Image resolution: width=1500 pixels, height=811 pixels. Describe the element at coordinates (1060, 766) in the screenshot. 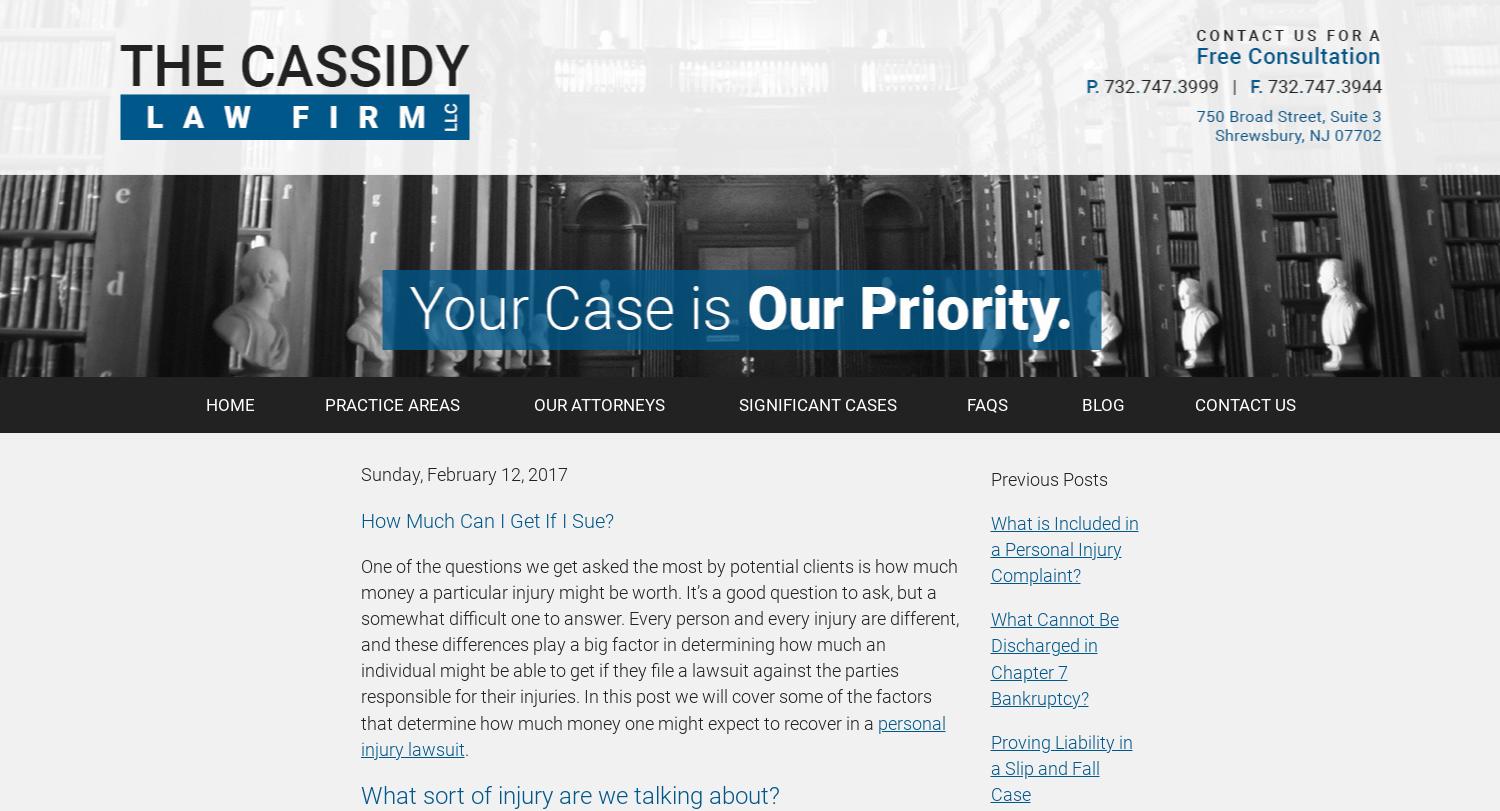

I see `'Proving Liability in a Slip and Fall Case'` at that location.